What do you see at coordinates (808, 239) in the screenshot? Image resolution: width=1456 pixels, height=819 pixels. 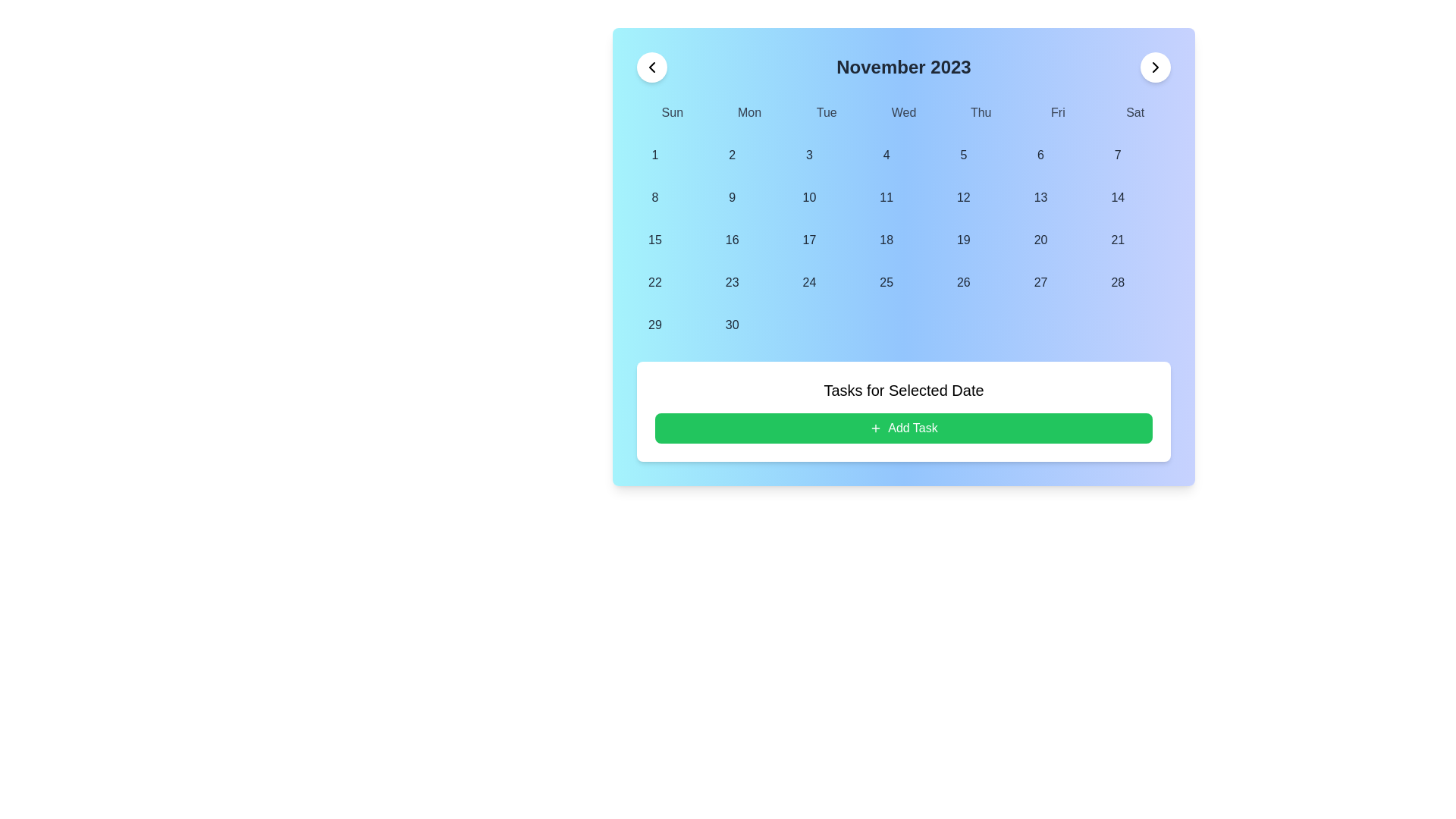 I see `the button representing the date '17' in the calendar grid` at bounding box center [808, 239].